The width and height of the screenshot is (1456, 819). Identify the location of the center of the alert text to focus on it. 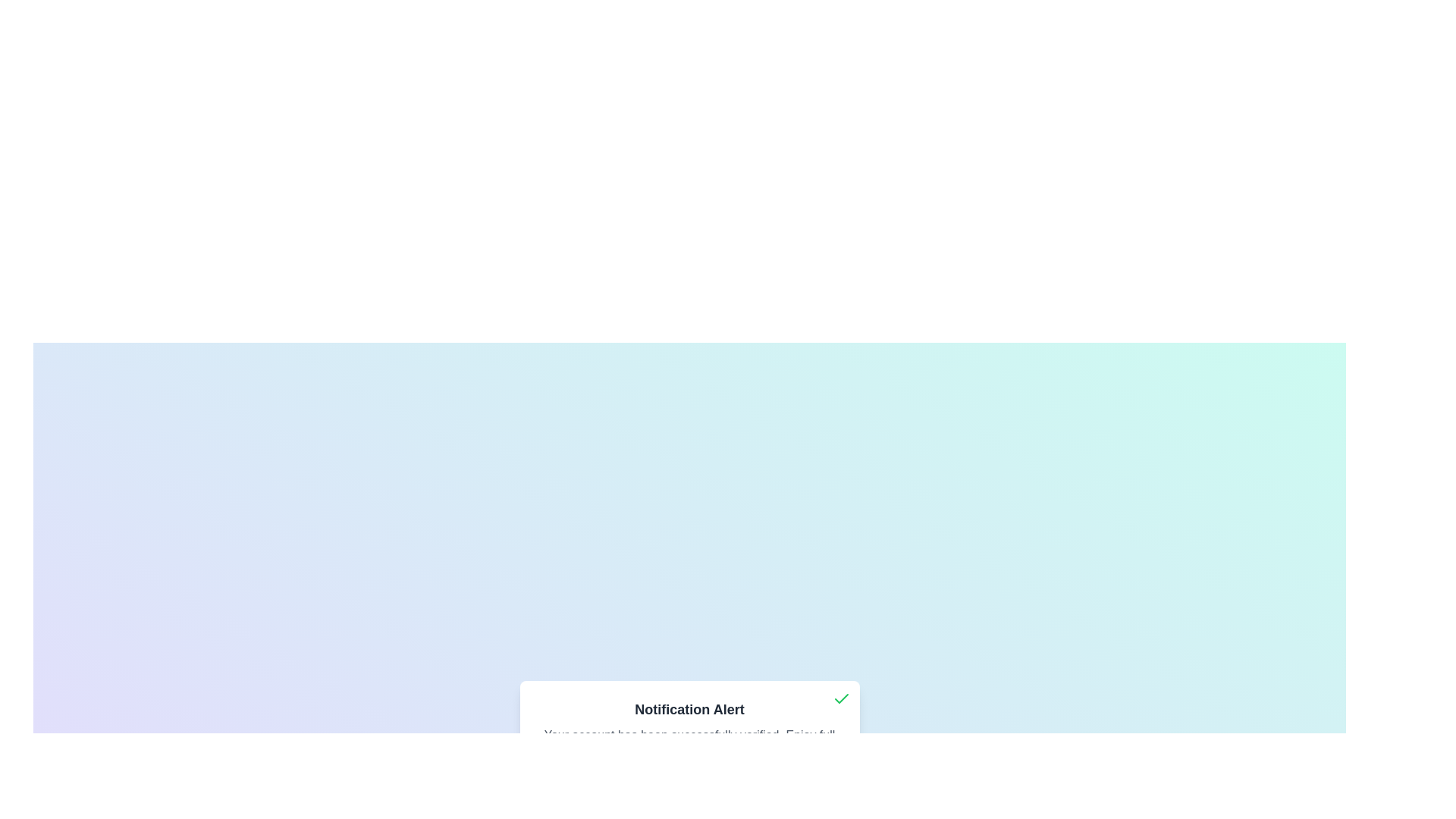
(689, 744).